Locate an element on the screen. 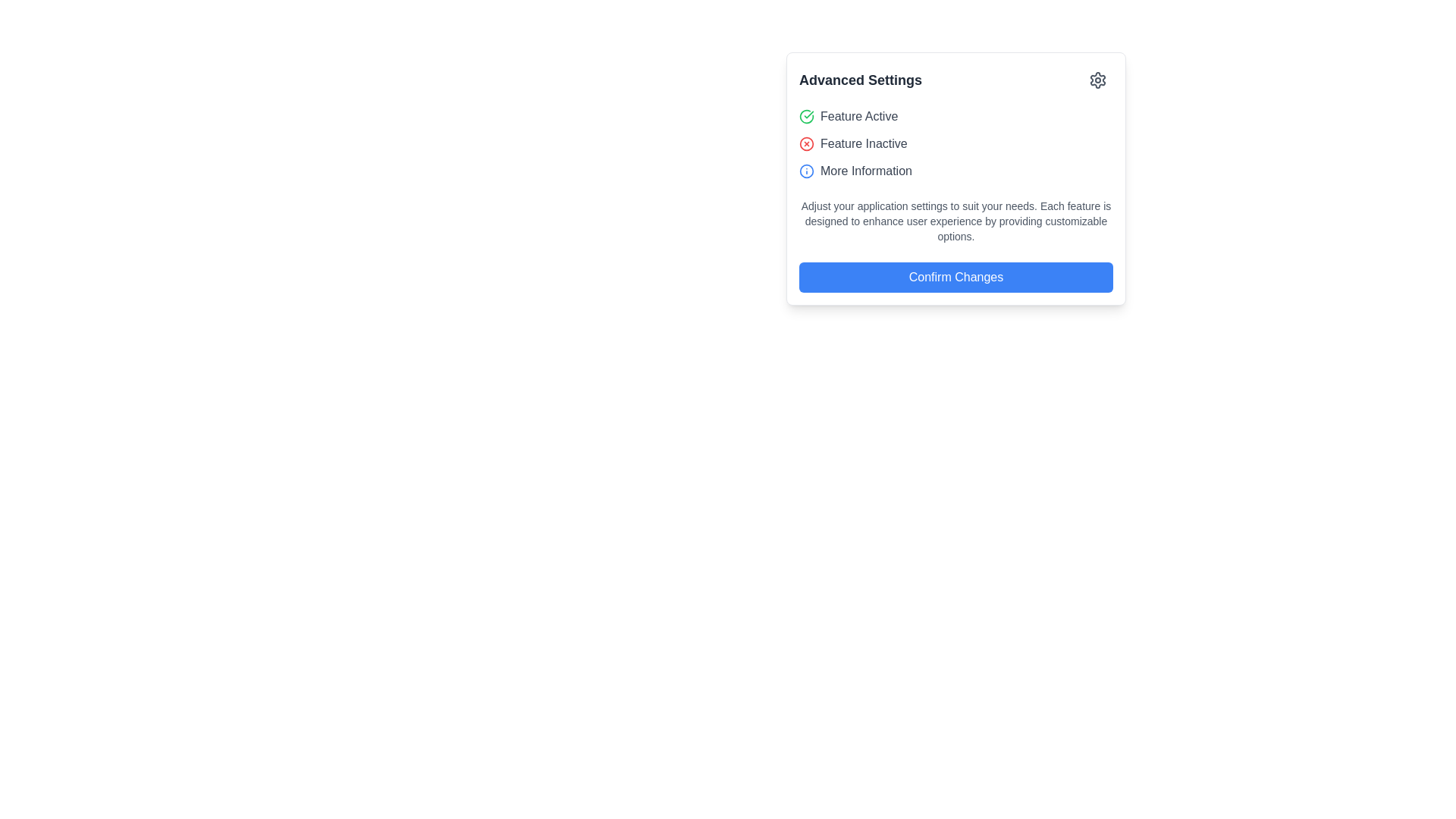 This screenshot has height=819, width=1456. the text label displaying 'Feature Active', which is styled in gray and located to the right of a green circular checkmark icon in the 'Advanced Settings' modal is located at coordinates (859, 116).